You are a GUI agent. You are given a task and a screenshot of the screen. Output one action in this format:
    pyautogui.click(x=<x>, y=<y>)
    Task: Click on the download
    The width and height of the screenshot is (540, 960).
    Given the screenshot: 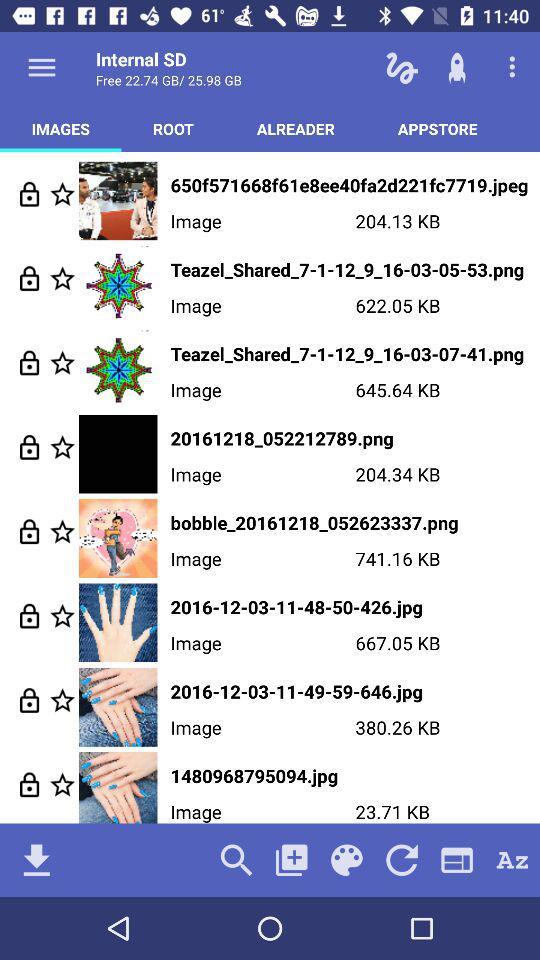 What is the action you would take?
    pyautogui.click(x=36, y=859)
    